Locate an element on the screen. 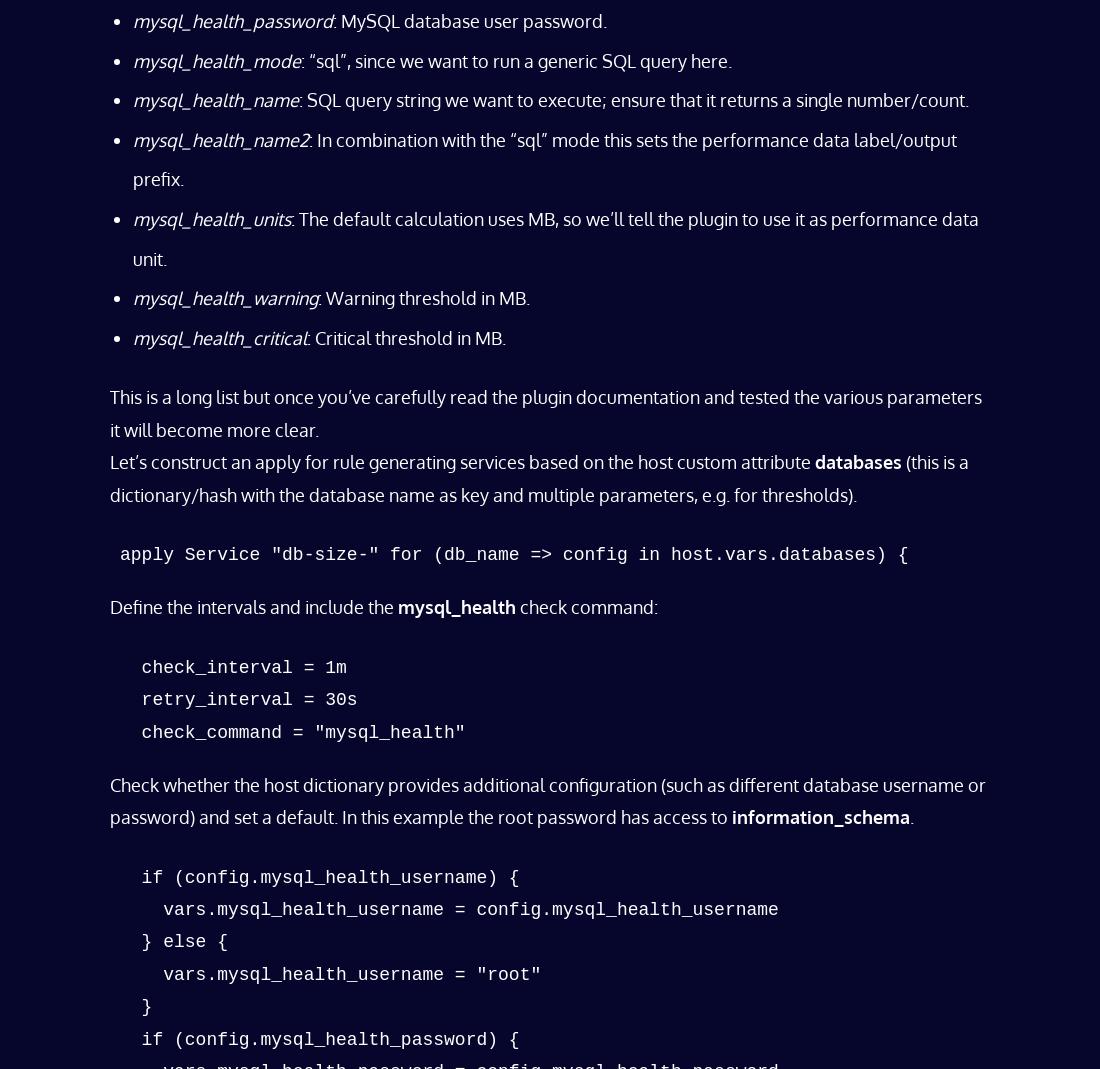 Image resolution: width=1100 pixels, height=1069 pixels. ': The default calculation uses MB, so we’ll tell the plugin to use it as performance data unit.' is located at coordinates (555, 237).